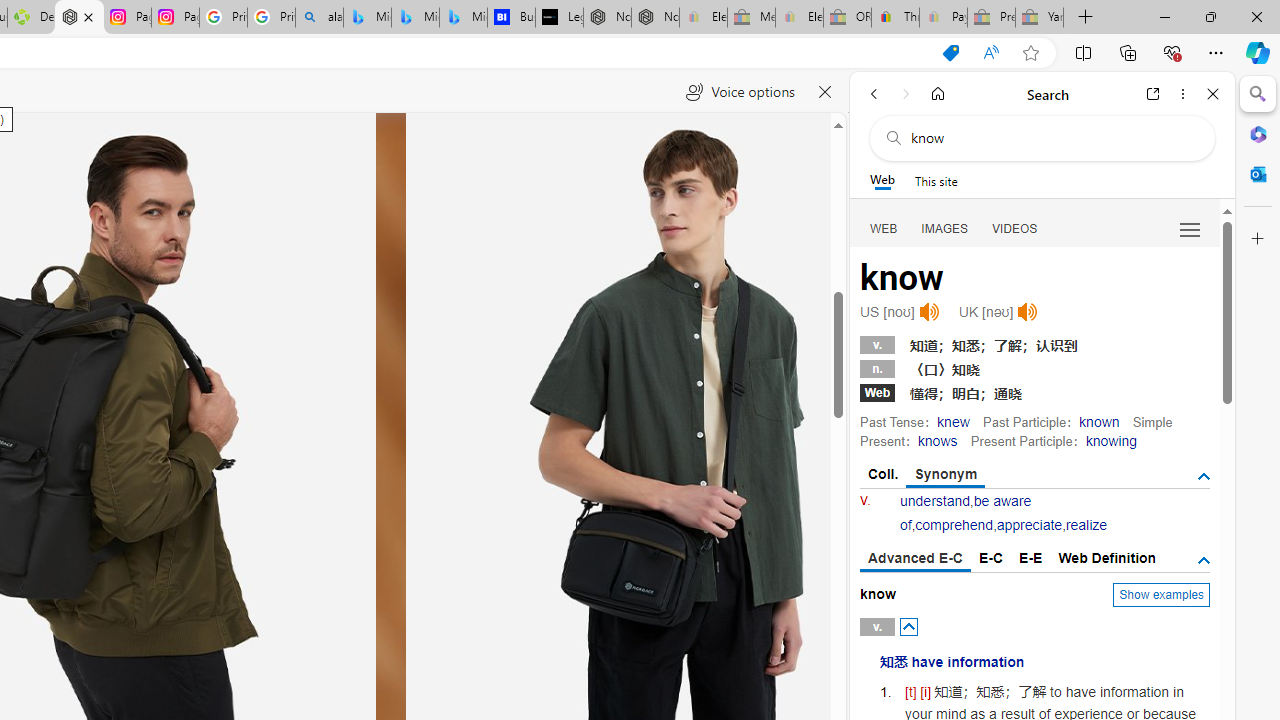 Image resolution: width=1280 pixels, height=720 pixels. What do you see at coordinates (1257, 133) in the screenshot?
I see `'Microsoft 365'` at bounding box center [1257, 133].